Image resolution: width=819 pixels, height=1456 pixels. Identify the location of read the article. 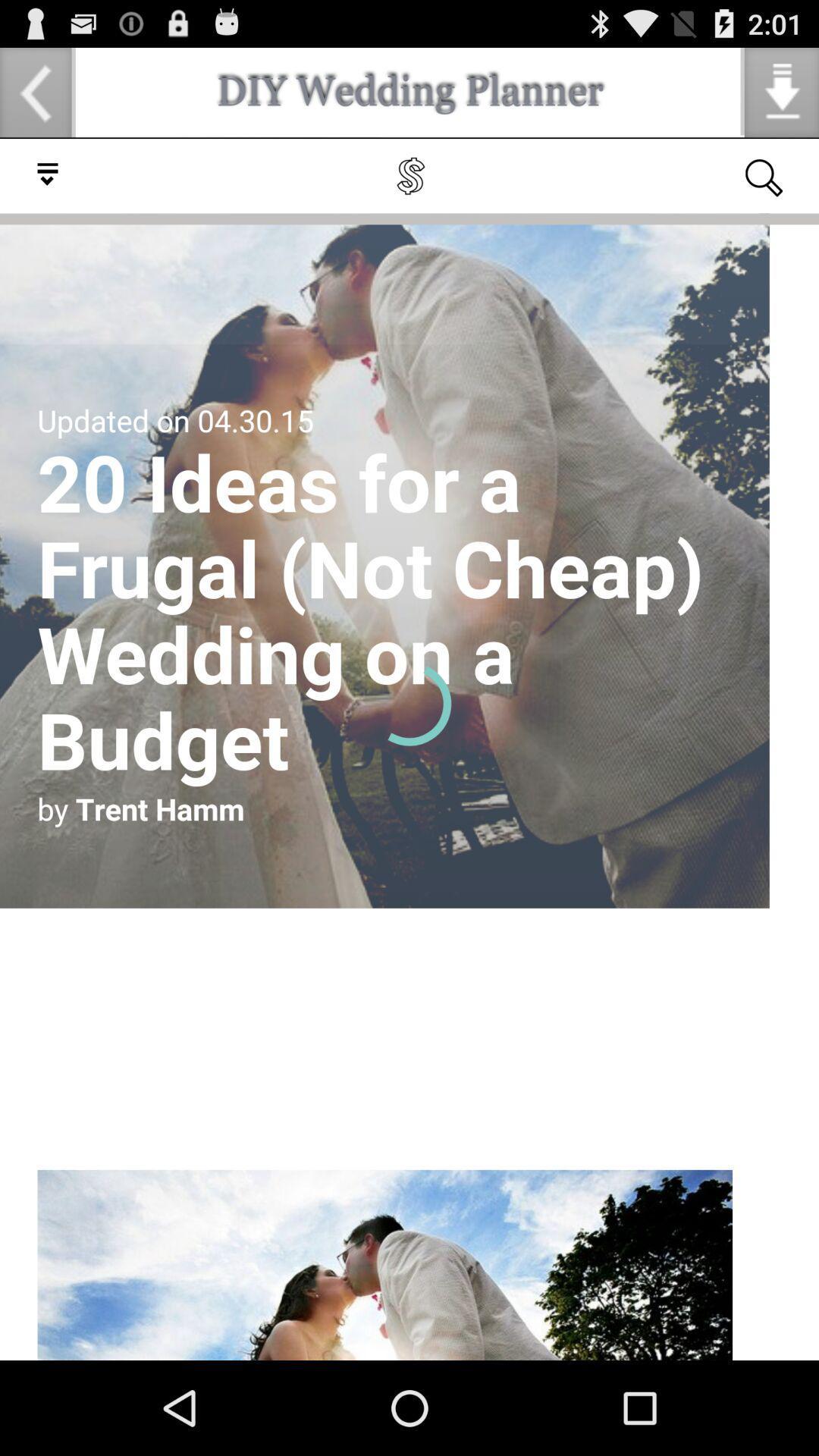
(409, 749).